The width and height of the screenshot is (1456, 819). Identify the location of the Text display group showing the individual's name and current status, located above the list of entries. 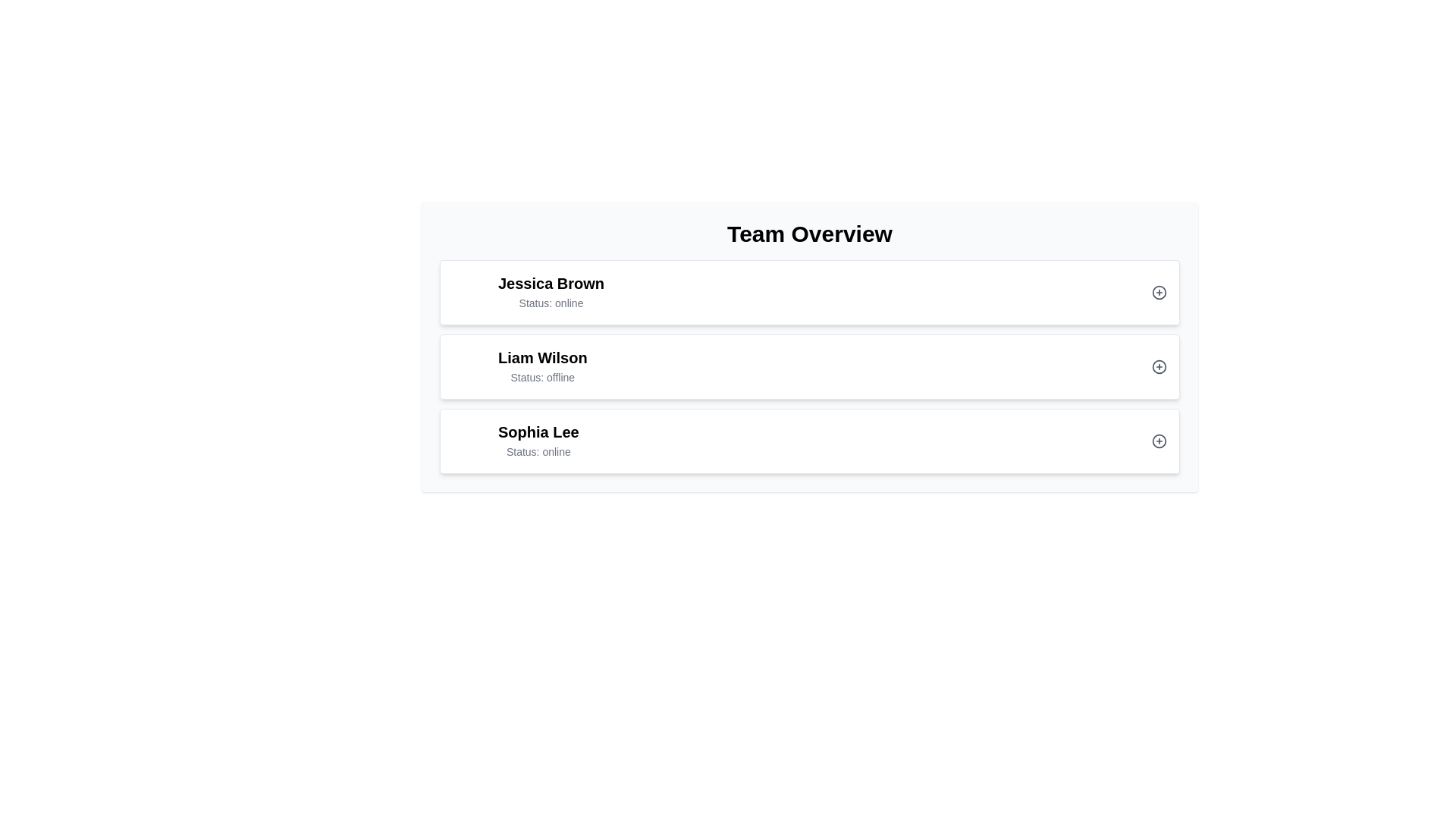
(551, 292).